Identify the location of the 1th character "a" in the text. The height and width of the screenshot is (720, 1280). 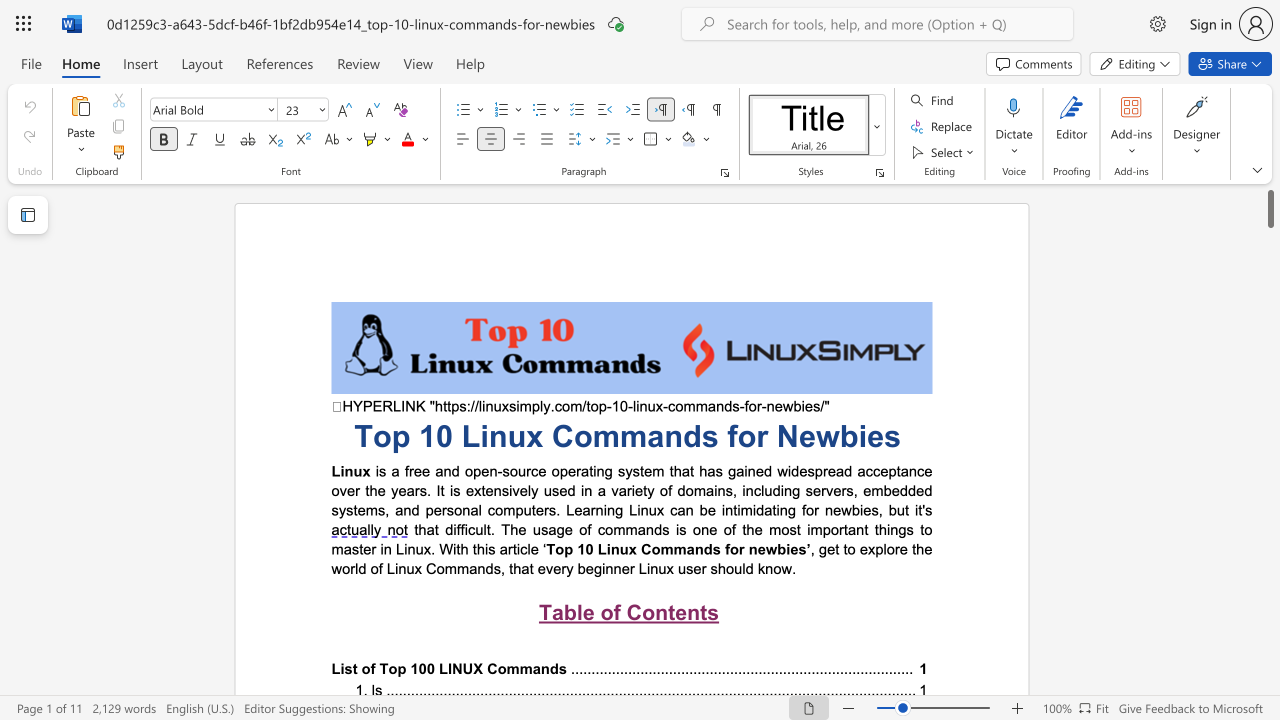
(472, 568).